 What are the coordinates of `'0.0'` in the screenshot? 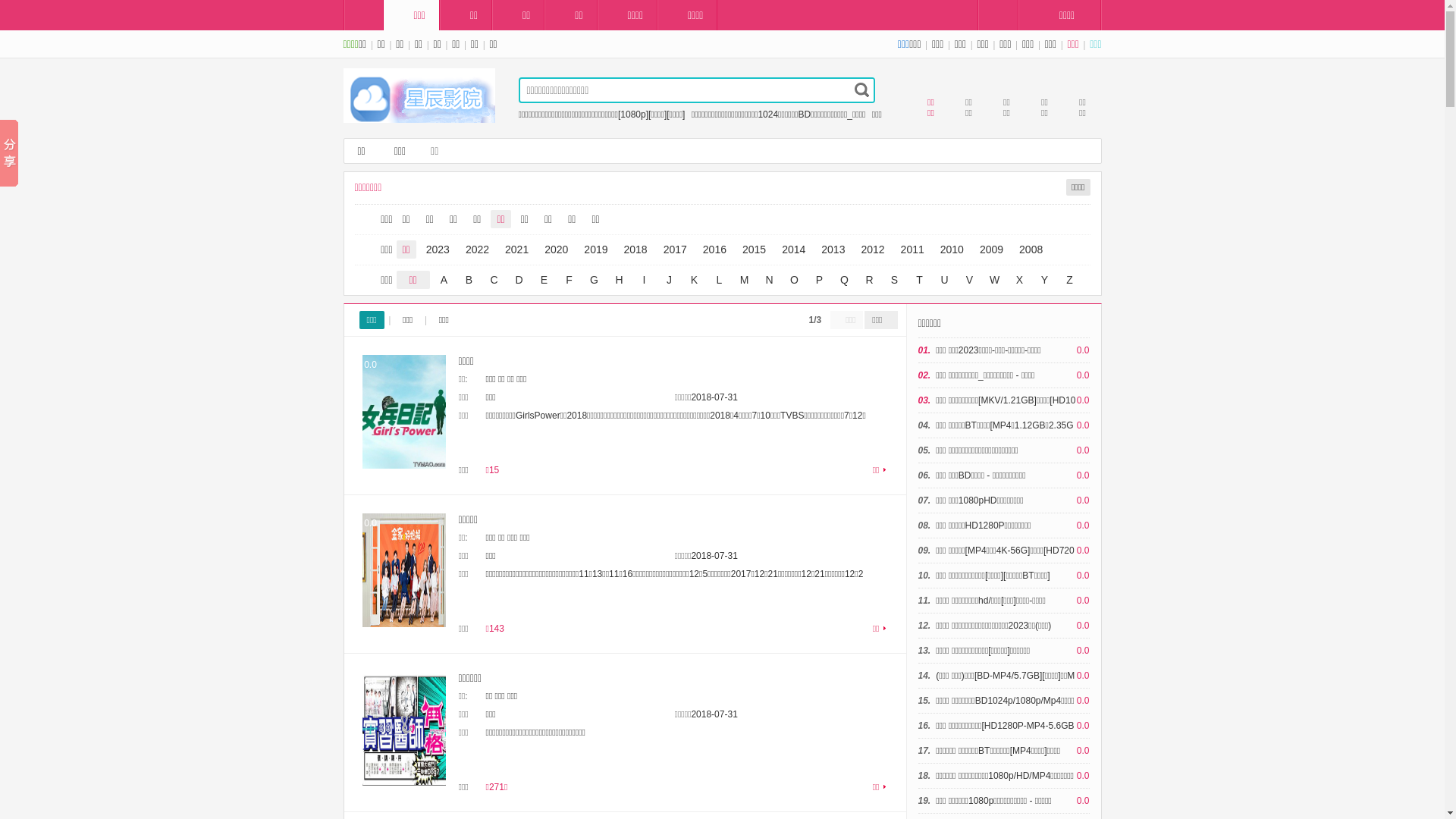 It's located at (403, 412).